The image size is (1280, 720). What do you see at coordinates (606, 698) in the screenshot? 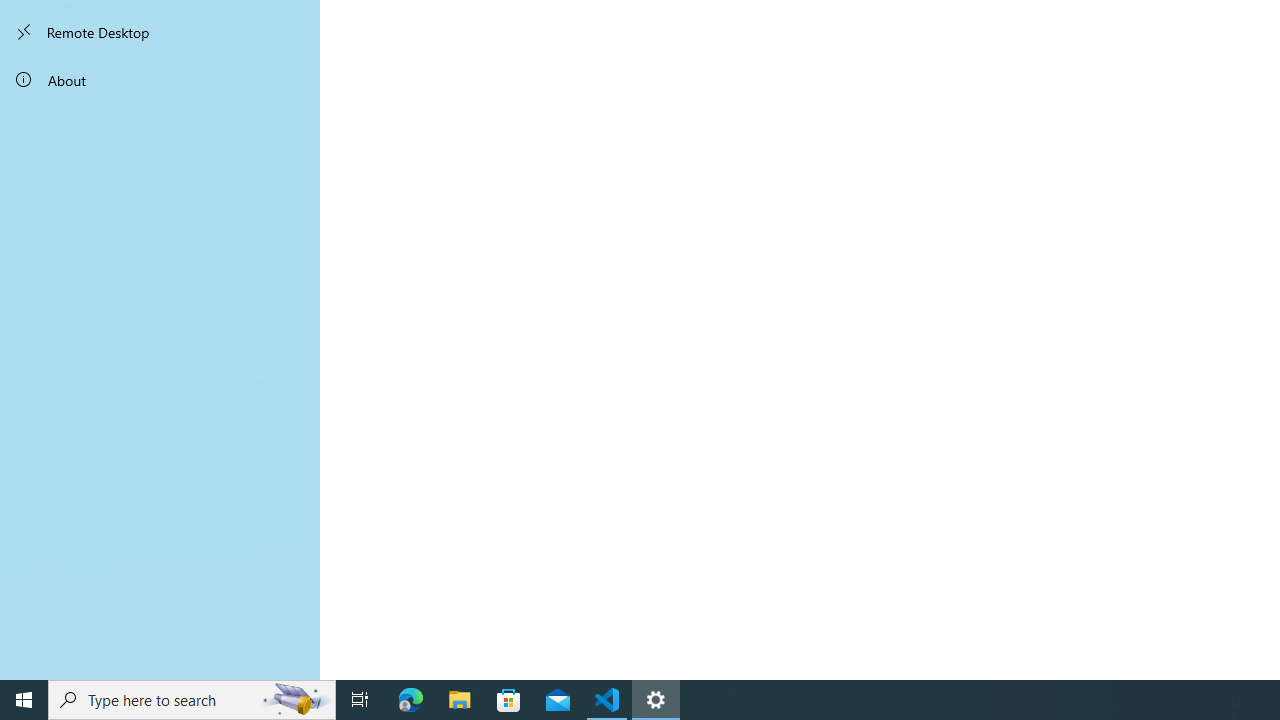
I see `'Visual Studio Code - 1 running window'` at bounding box center [606, 698].